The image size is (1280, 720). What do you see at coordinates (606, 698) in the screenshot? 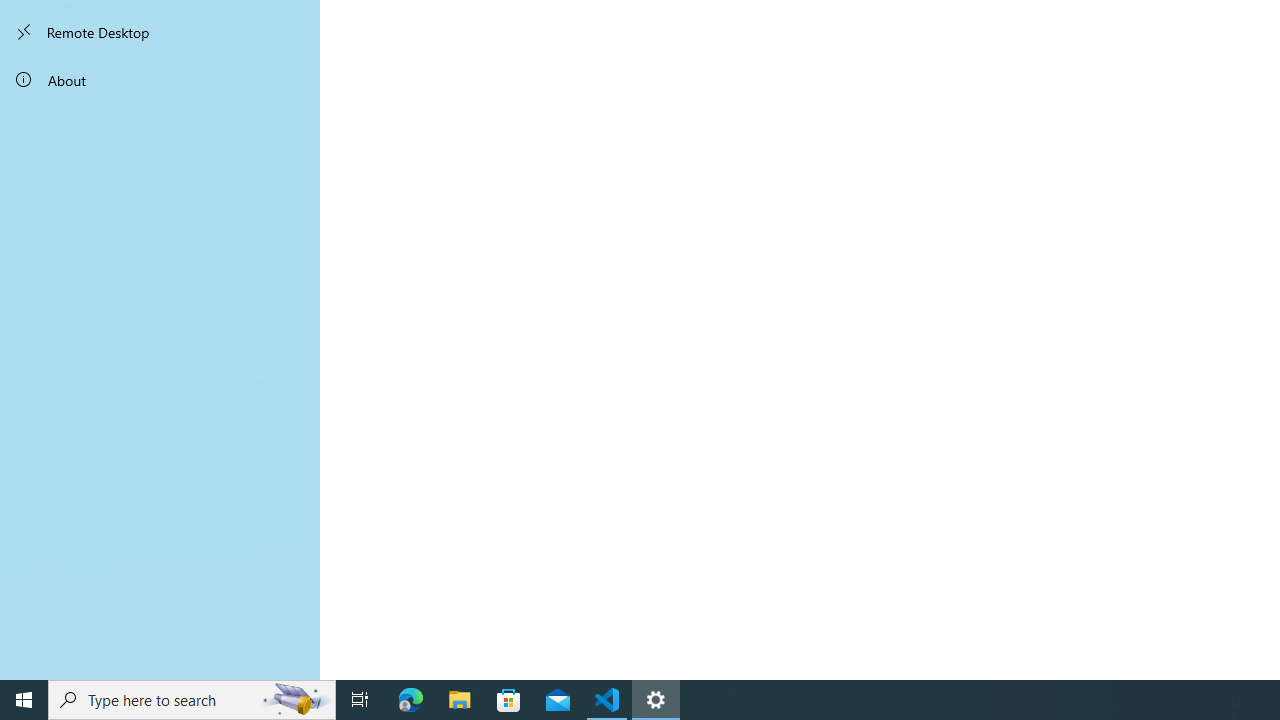
I see `'Visual Studio Code - 1 running window'` at bounding box center [606, 698].